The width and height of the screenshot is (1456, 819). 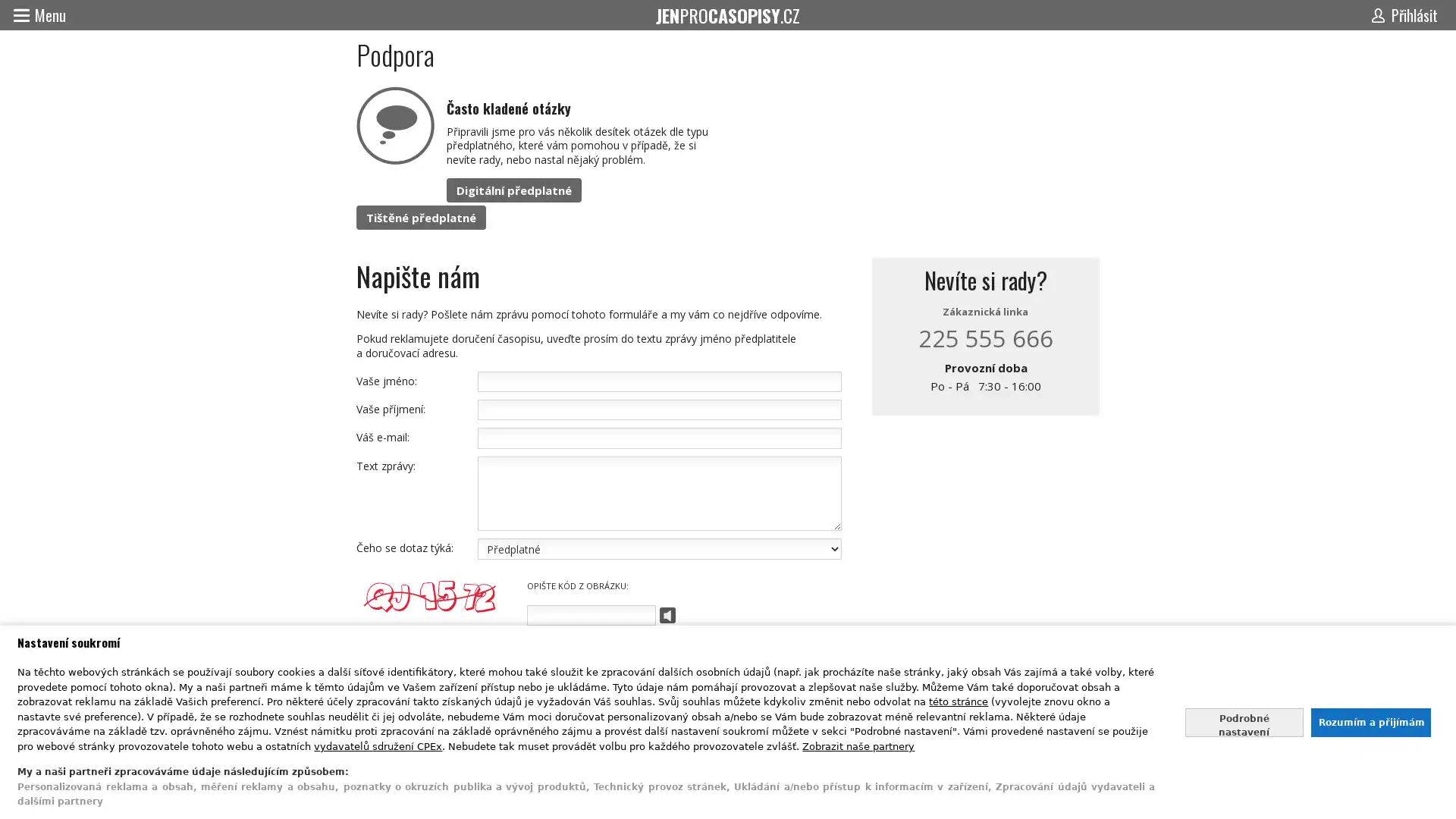 I want to click on Zobrazit nase partnery, so click(x=858, y=745).